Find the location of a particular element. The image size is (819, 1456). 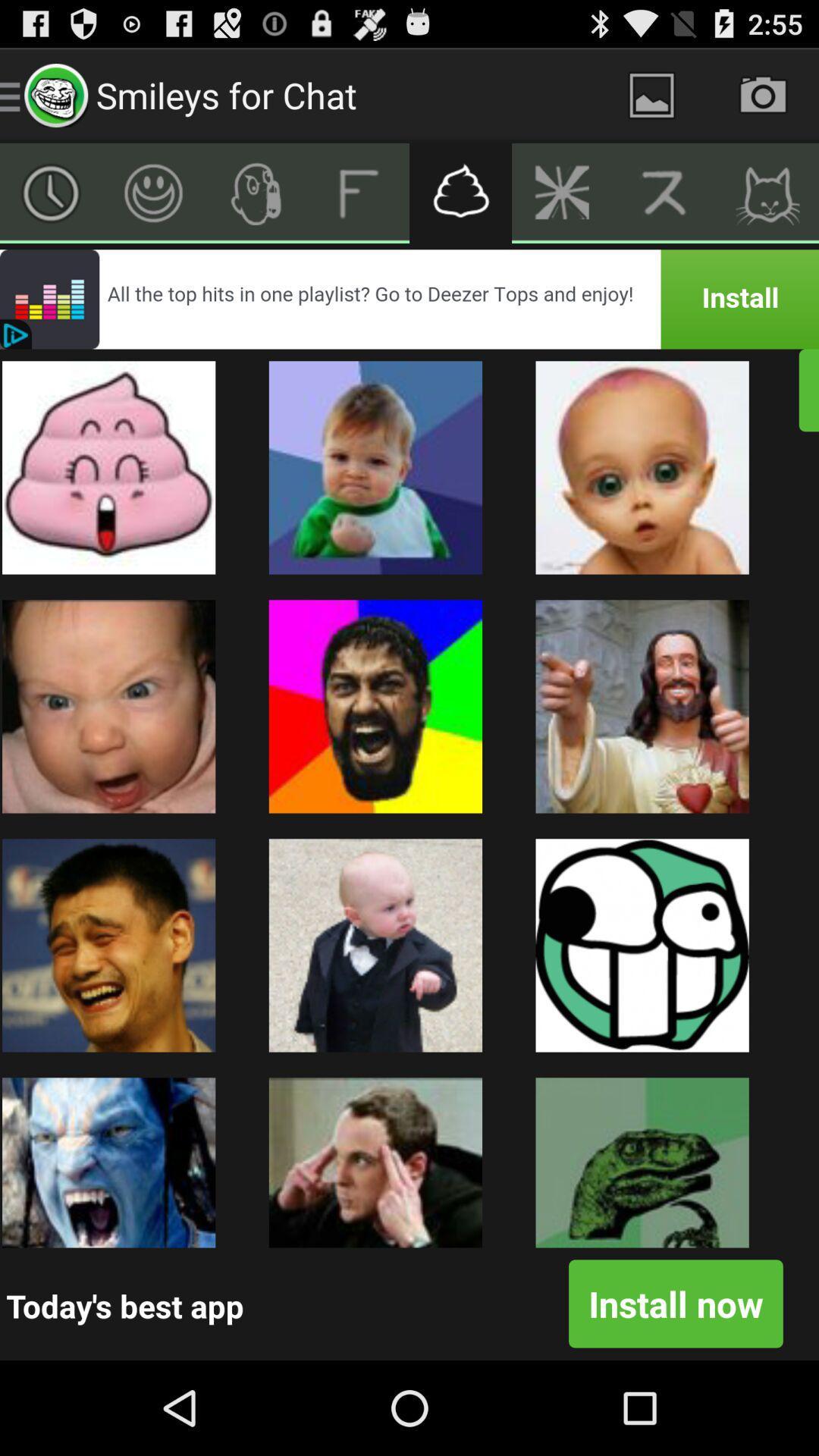

camera is located at coordinates (763, 94).